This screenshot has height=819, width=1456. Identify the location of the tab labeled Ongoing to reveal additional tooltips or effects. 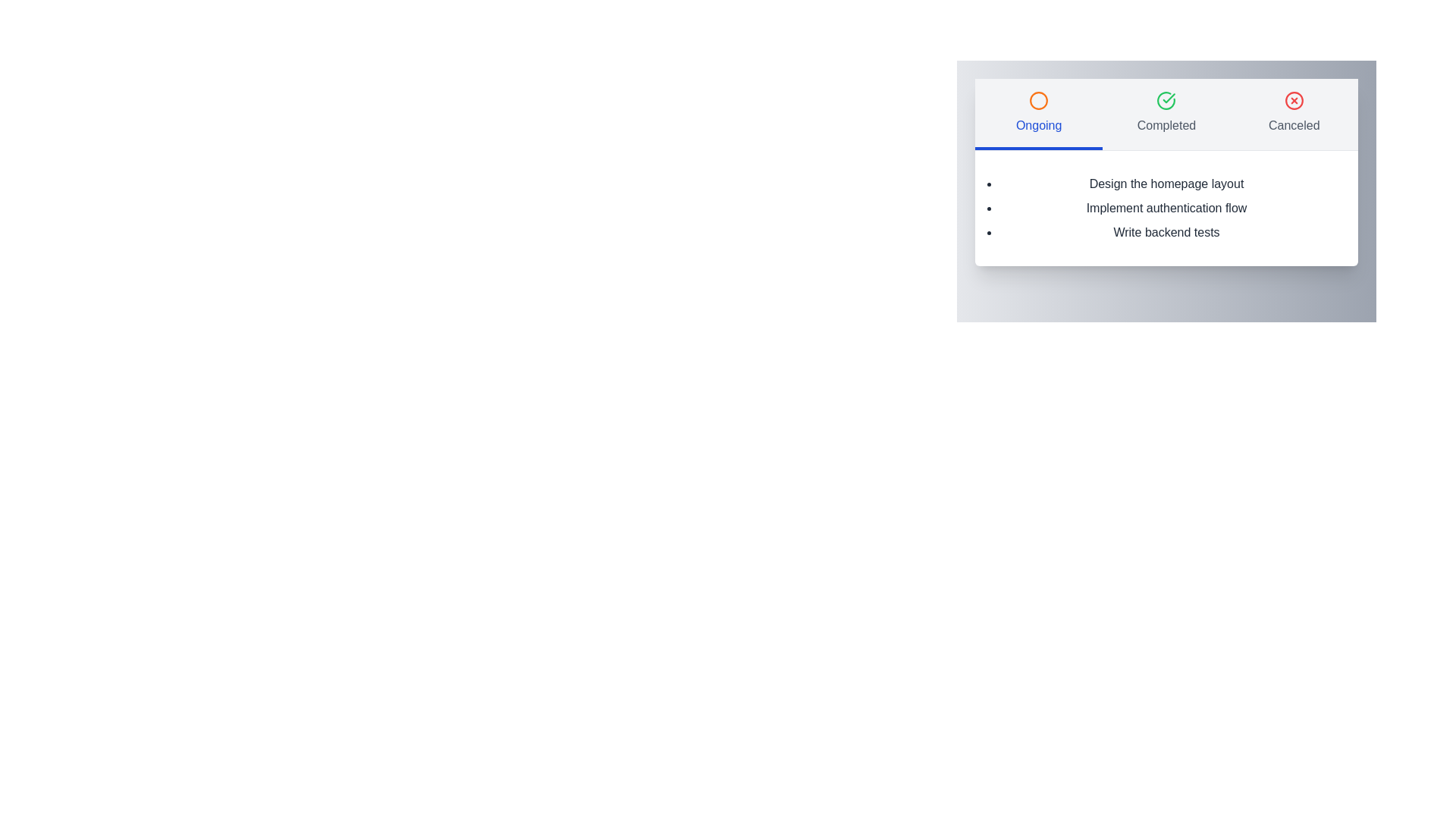
(1038, 113).